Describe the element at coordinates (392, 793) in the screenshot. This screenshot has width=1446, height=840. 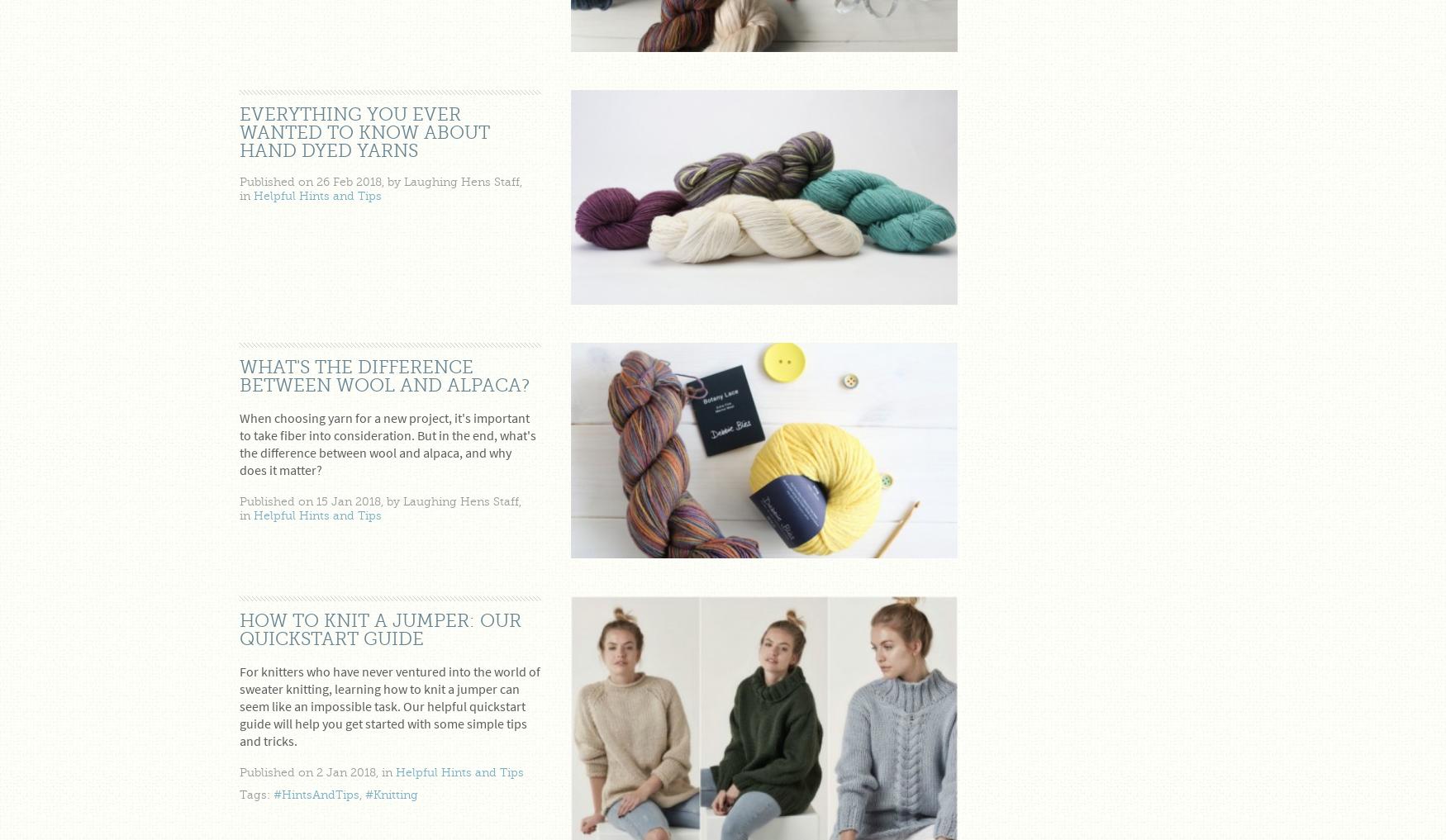
I see `'#Knitting'` at that location.